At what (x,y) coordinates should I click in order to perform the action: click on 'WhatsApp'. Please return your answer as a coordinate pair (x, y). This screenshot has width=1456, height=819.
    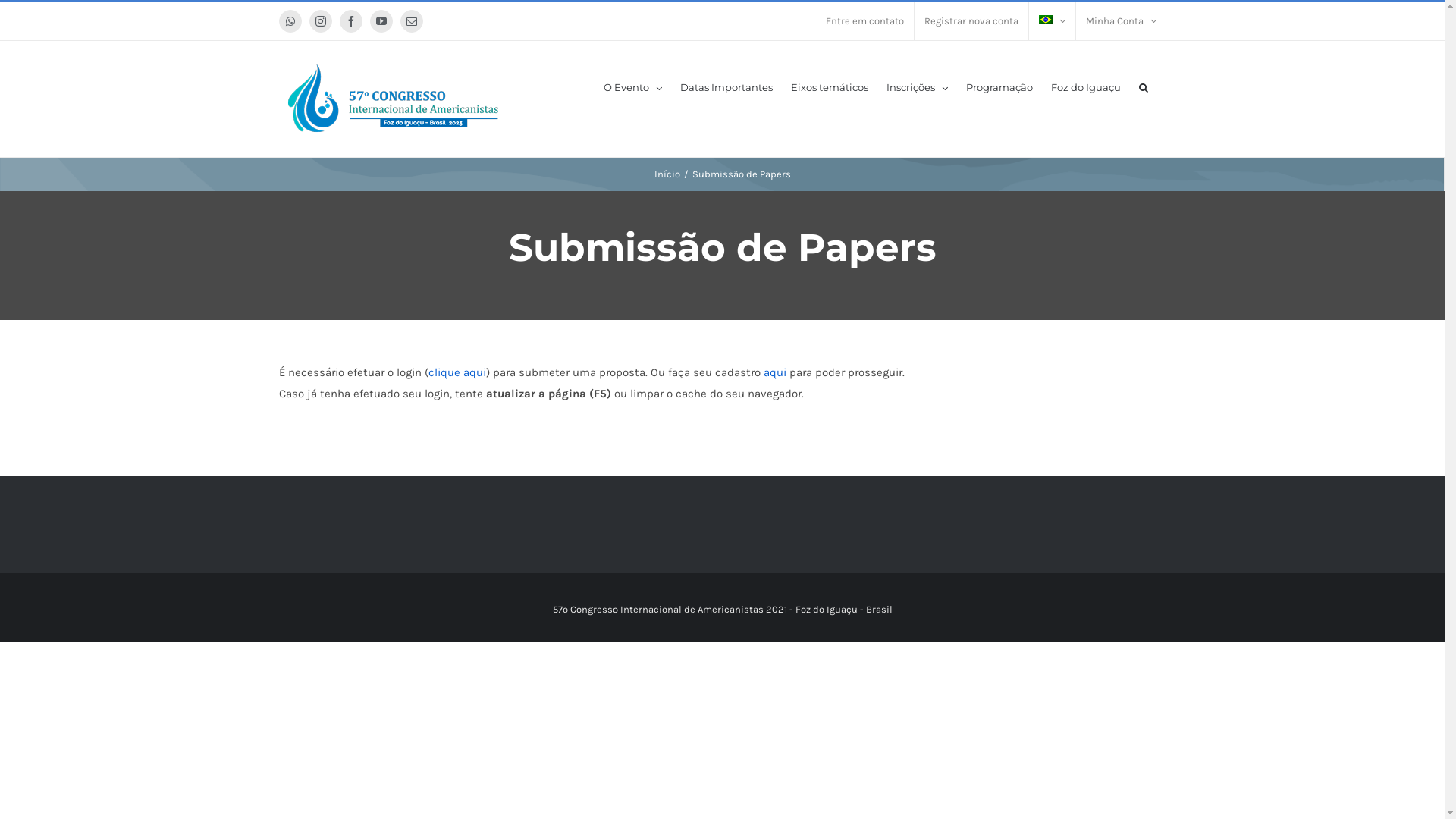
    Looking at the image, I should click on (290, 20).